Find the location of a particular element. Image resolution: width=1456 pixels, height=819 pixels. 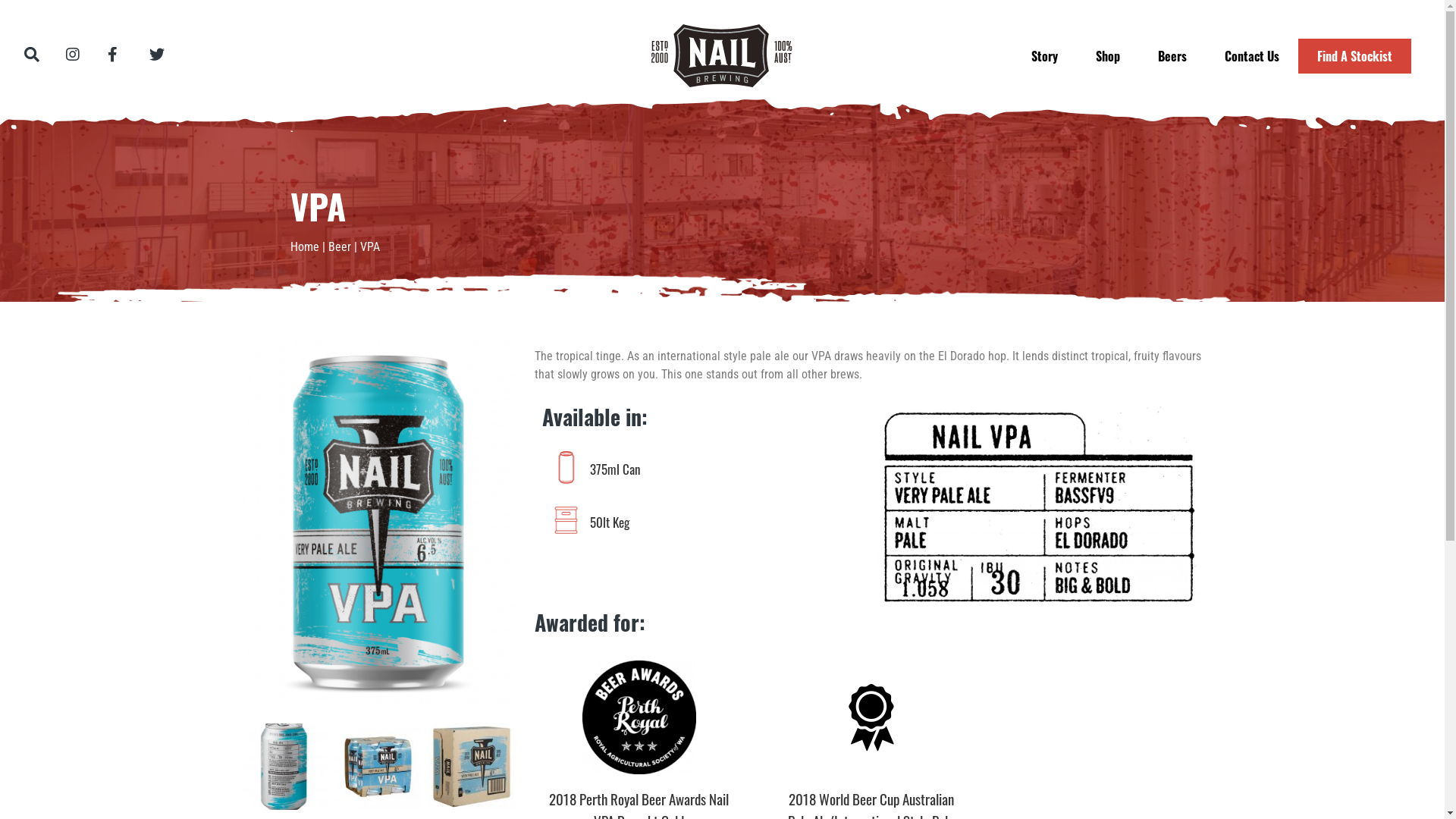

'Home' is located at coordinates (303, 246).